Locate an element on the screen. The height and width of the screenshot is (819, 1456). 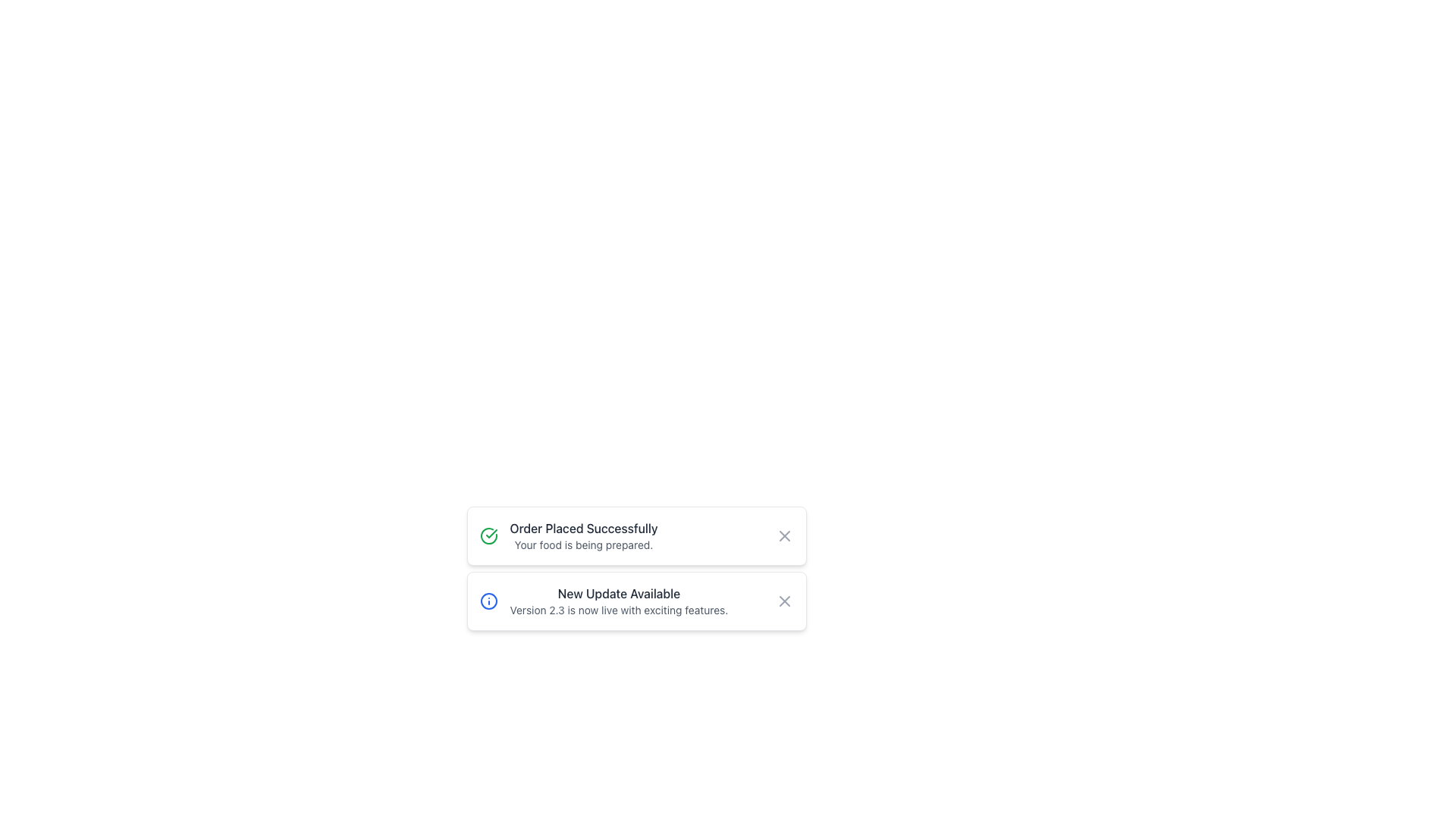
the close button located at the top-right of the notification box that dismisses the message 'New Update Available Version 2.3 is now live with exciting features.' is located at coordinates (784, 601).